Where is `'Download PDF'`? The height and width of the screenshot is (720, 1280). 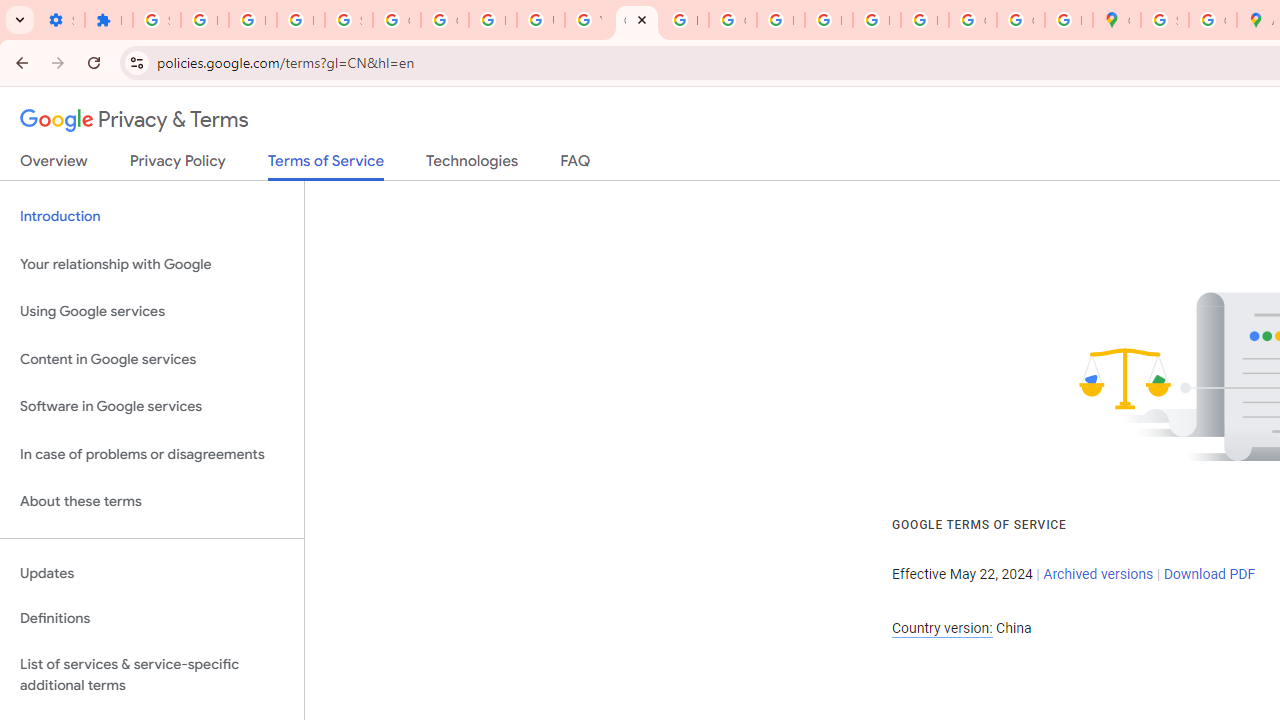
'Download PDF' is located at coordinates (1208, 574).